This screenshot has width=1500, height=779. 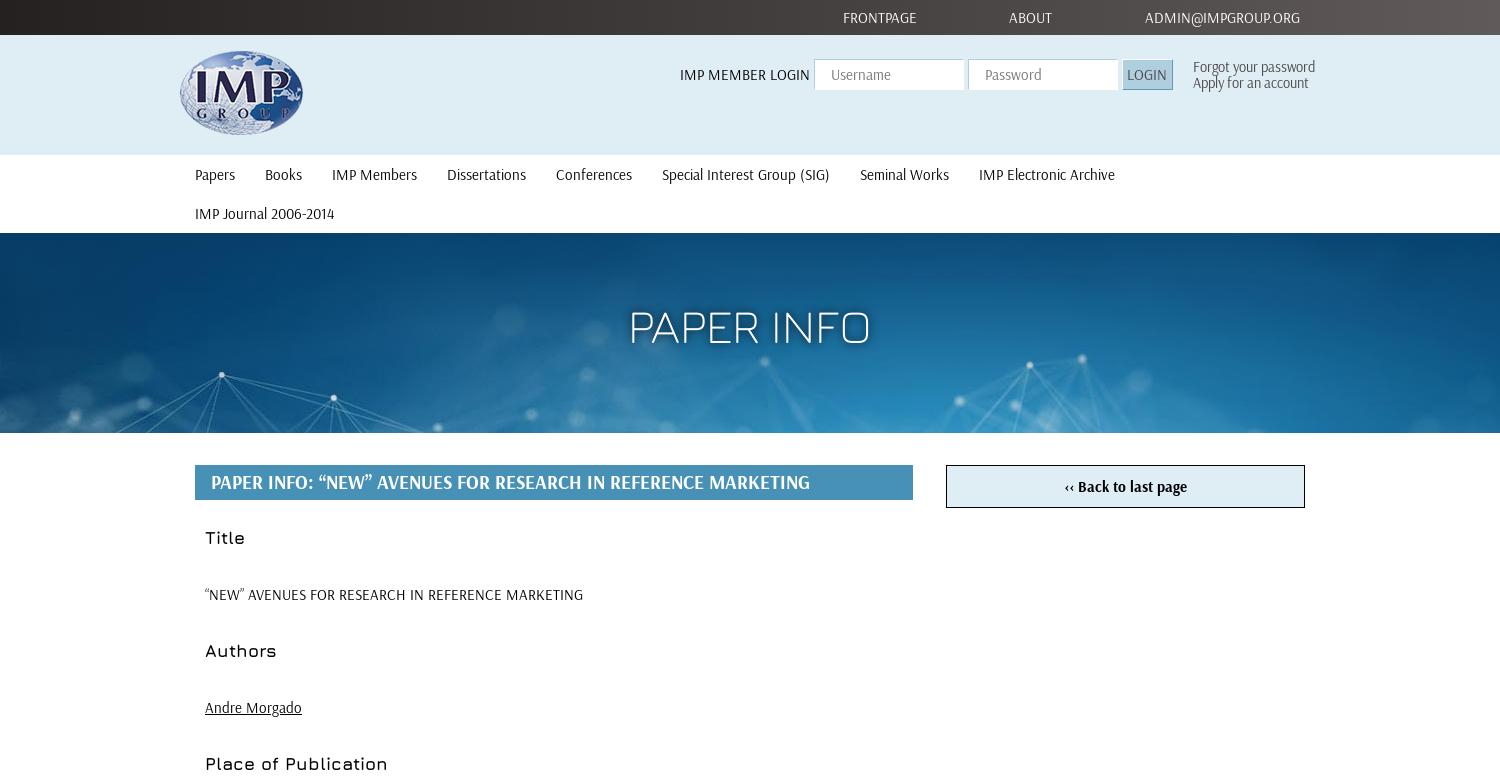 What do you see at coordinates (1254, 66) in the screenshot?
I see `'Forgot your password'` at bounding box center [1254, 66].